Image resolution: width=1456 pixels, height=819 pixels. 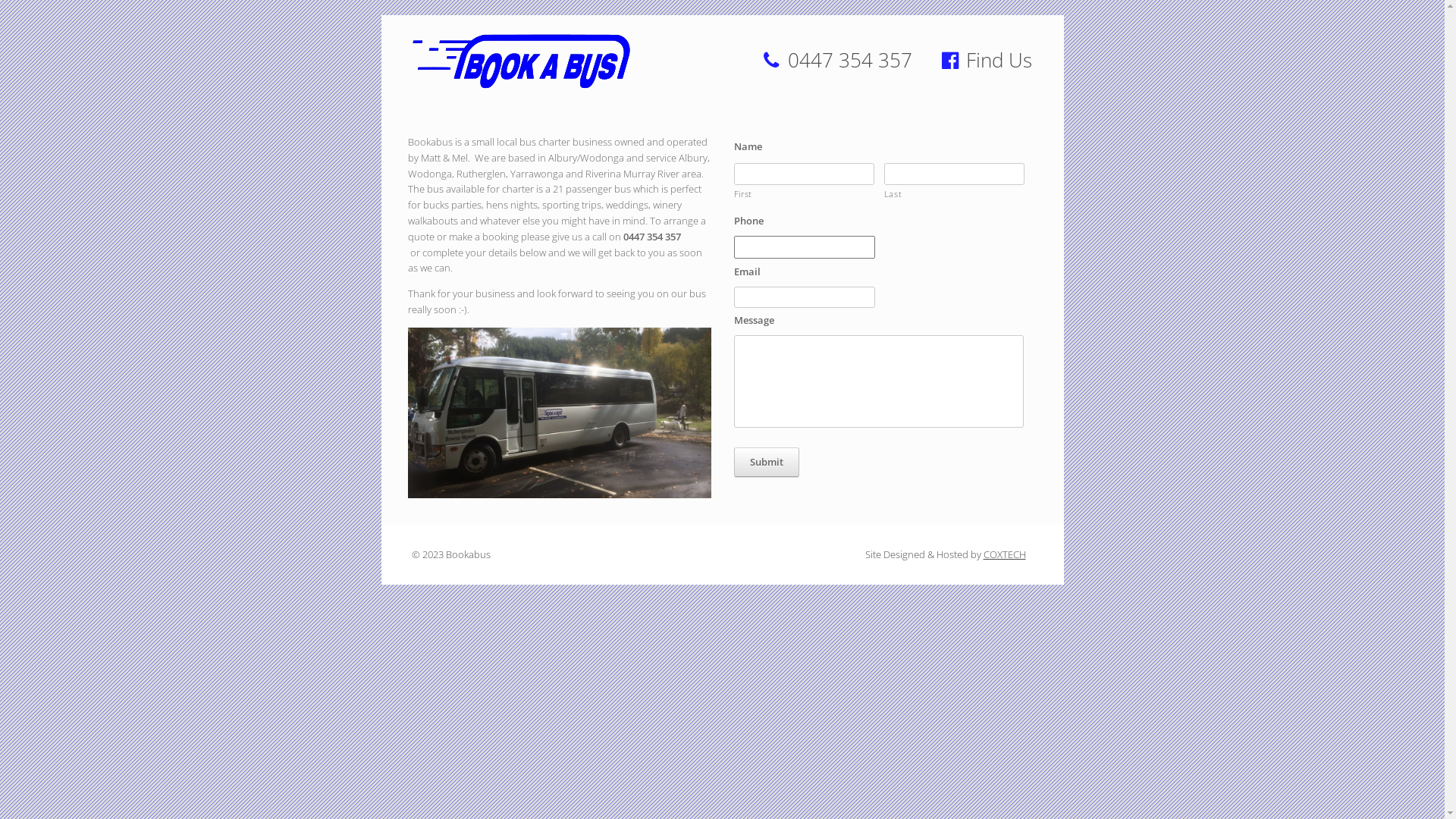 I want to click on 'Submit', so click(x=767, y=461).